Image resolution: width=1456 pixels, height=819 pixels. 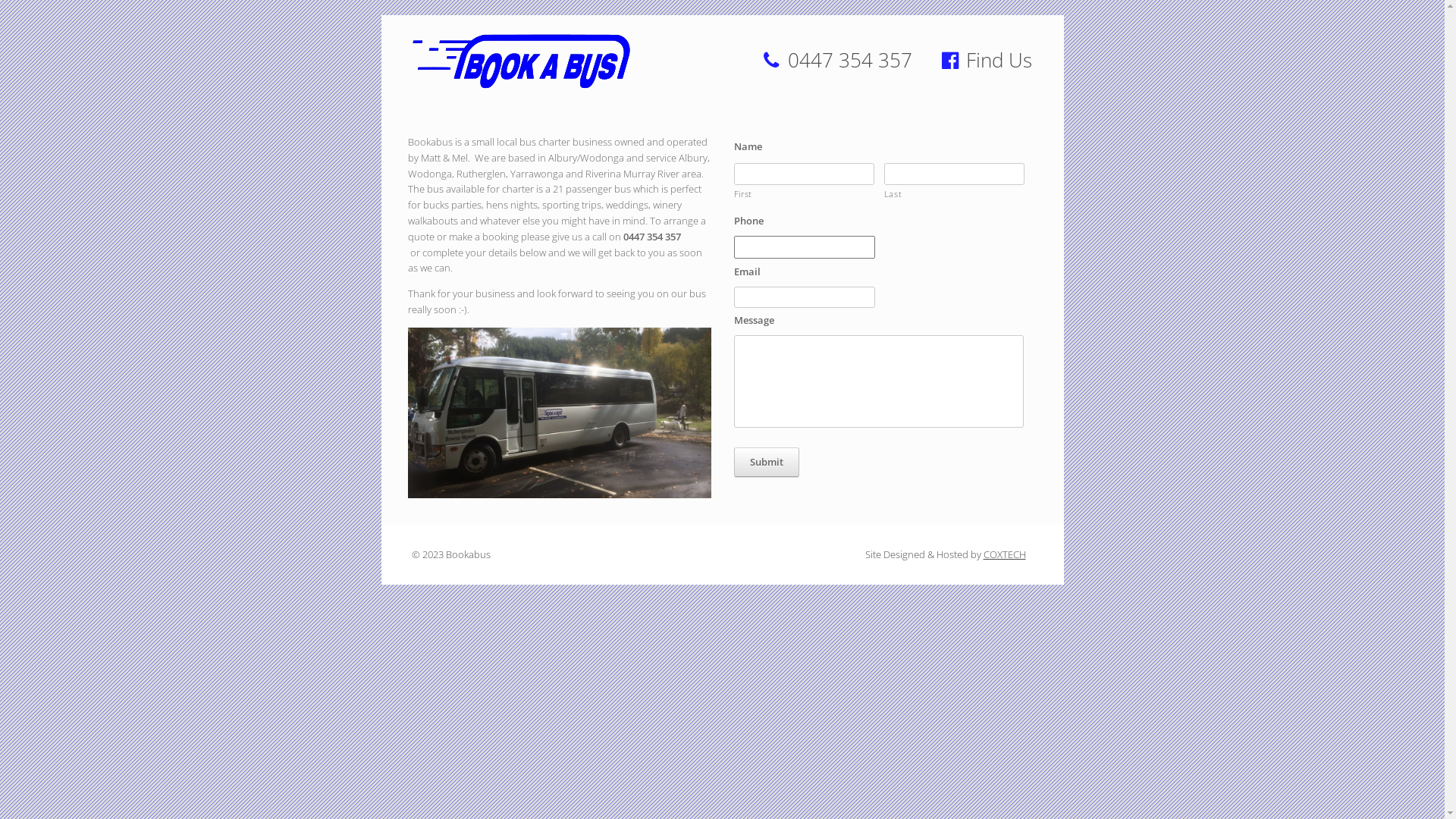 I want to click on 'Submit', so click(x=767, y=461).